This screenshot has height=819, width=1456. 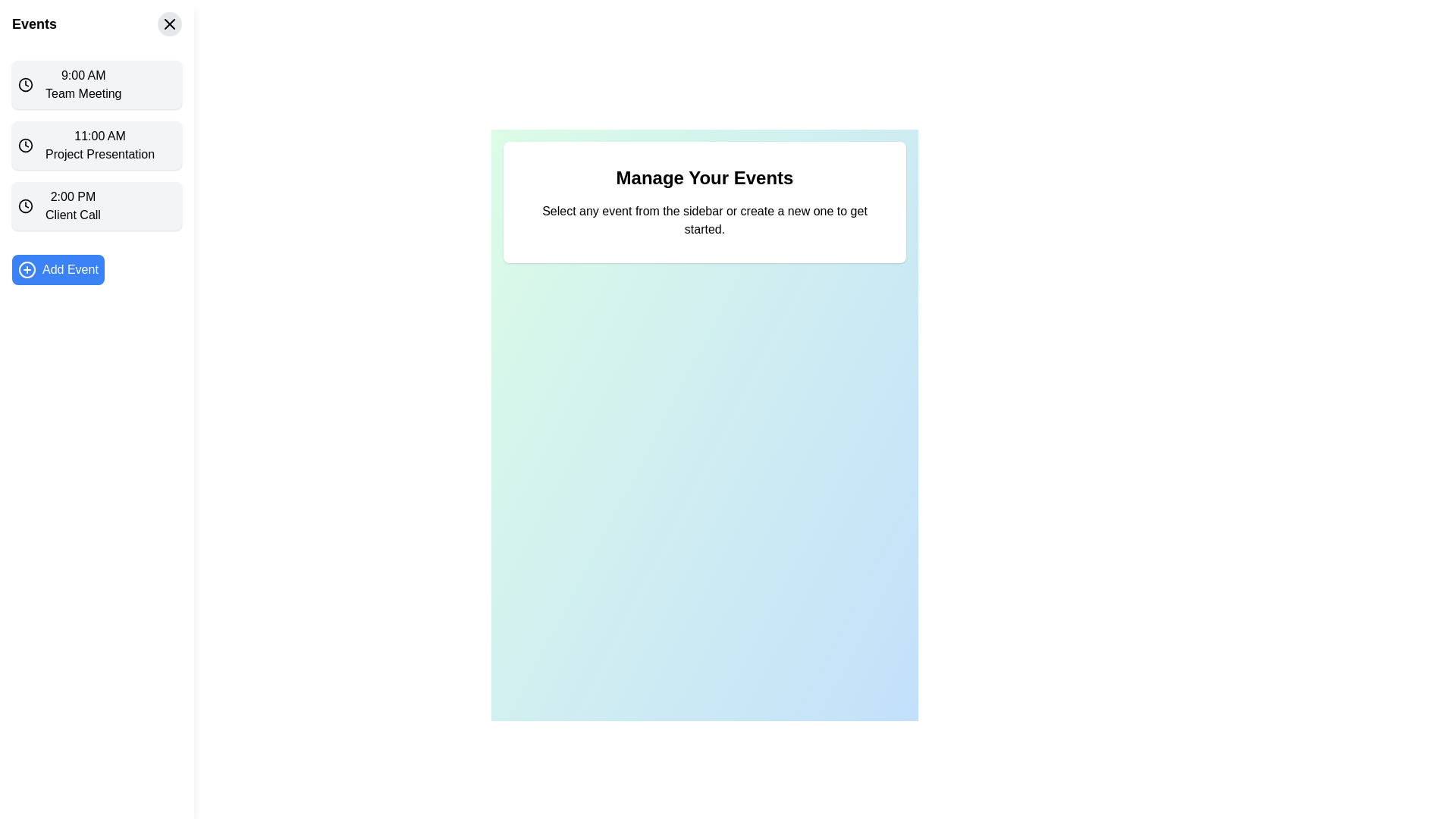 What do you see at coordinates (96, 206) in the screenshot?
I see `the 'Client Call' event in the schedule list` at bounding box center [96, 206].